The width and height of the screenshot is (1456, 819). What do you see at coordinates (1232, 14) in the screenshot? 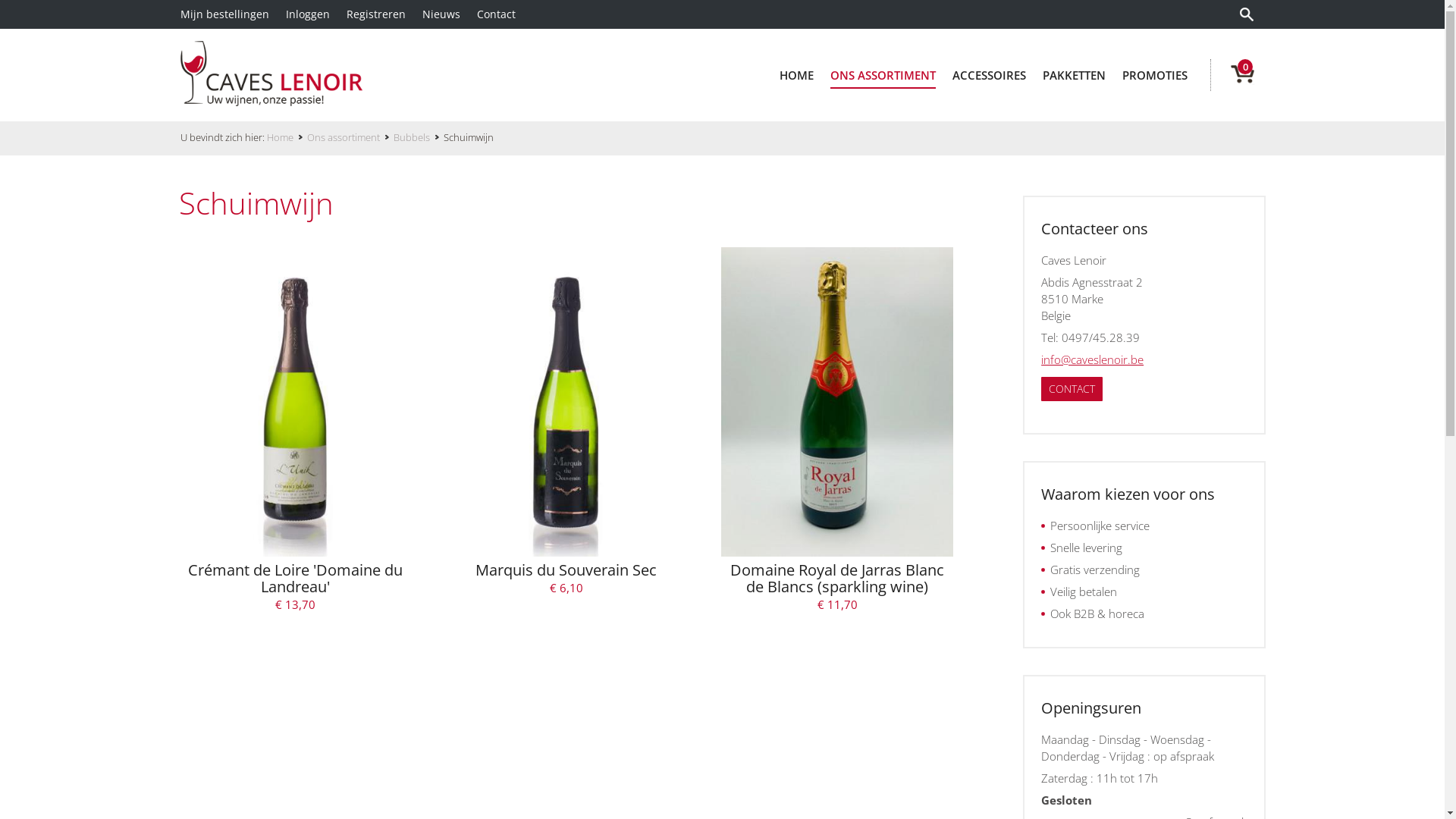
I see `'Zoeken'` at bounding box center [1232, 14].